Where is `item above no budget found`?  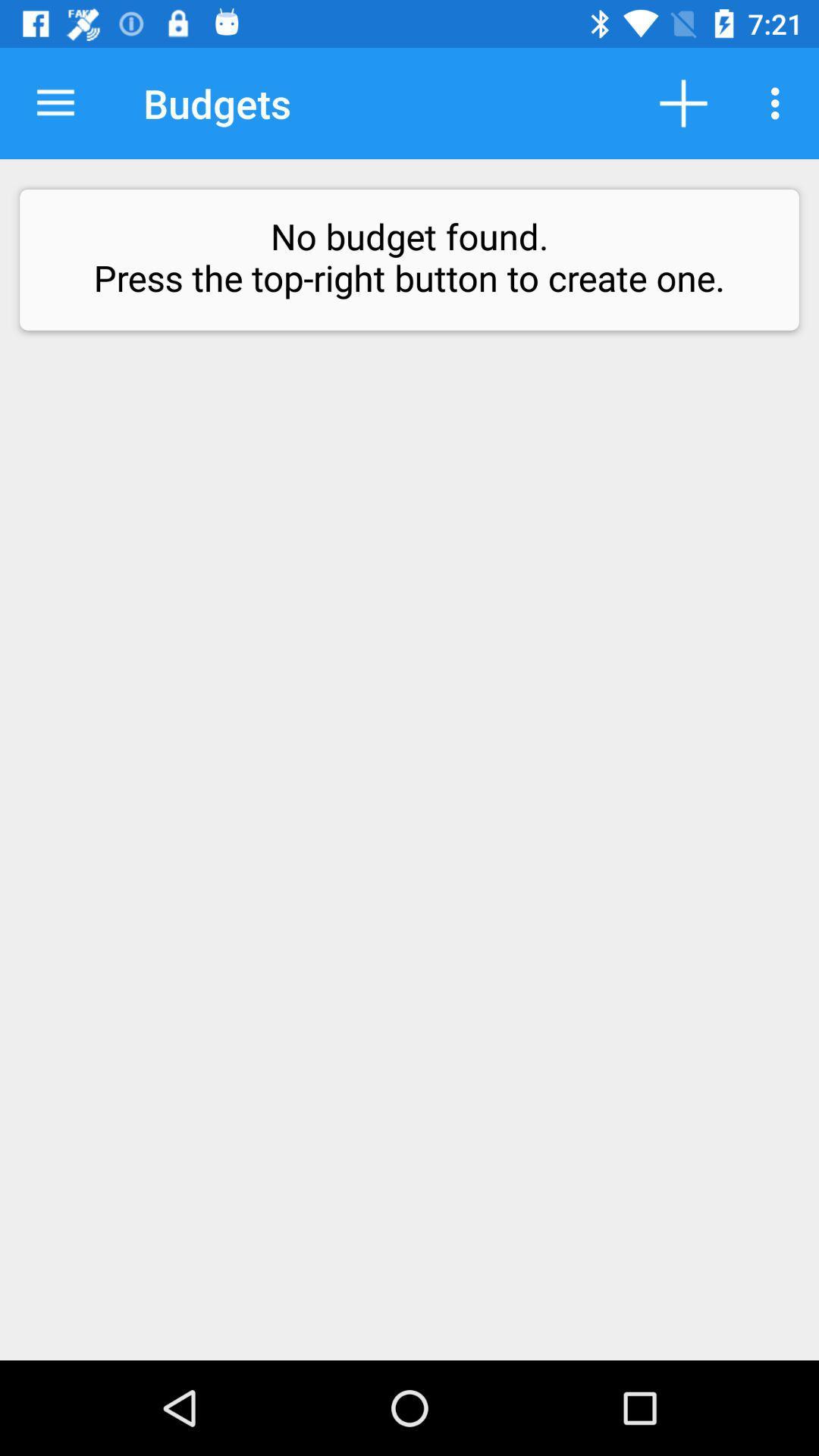 item above no budget found is located at coordinates (779, 102).